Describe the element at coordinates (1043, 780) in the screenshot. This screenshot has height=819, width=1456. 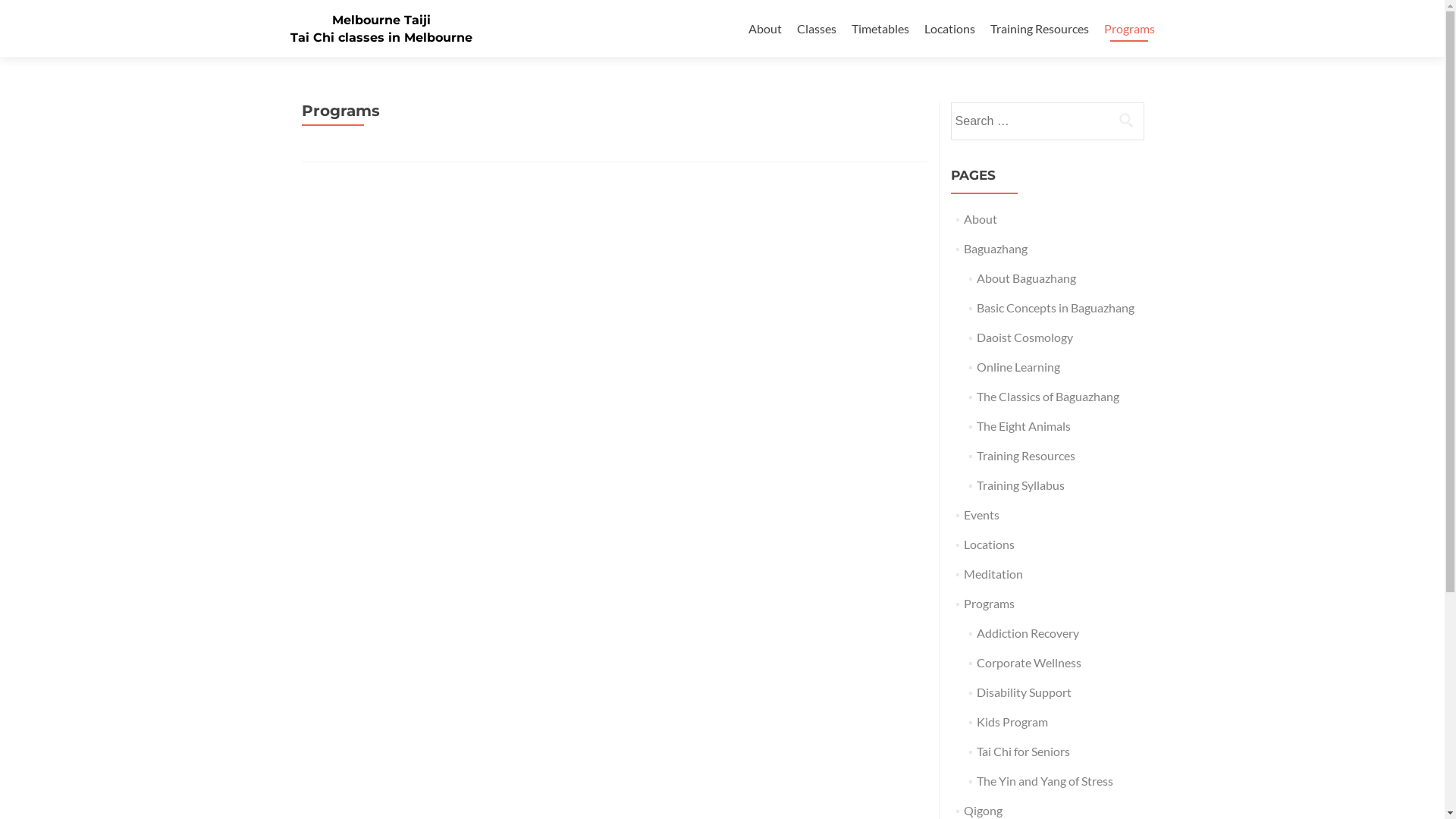
I see `'The Yin and Yang of Stress'` at that location.